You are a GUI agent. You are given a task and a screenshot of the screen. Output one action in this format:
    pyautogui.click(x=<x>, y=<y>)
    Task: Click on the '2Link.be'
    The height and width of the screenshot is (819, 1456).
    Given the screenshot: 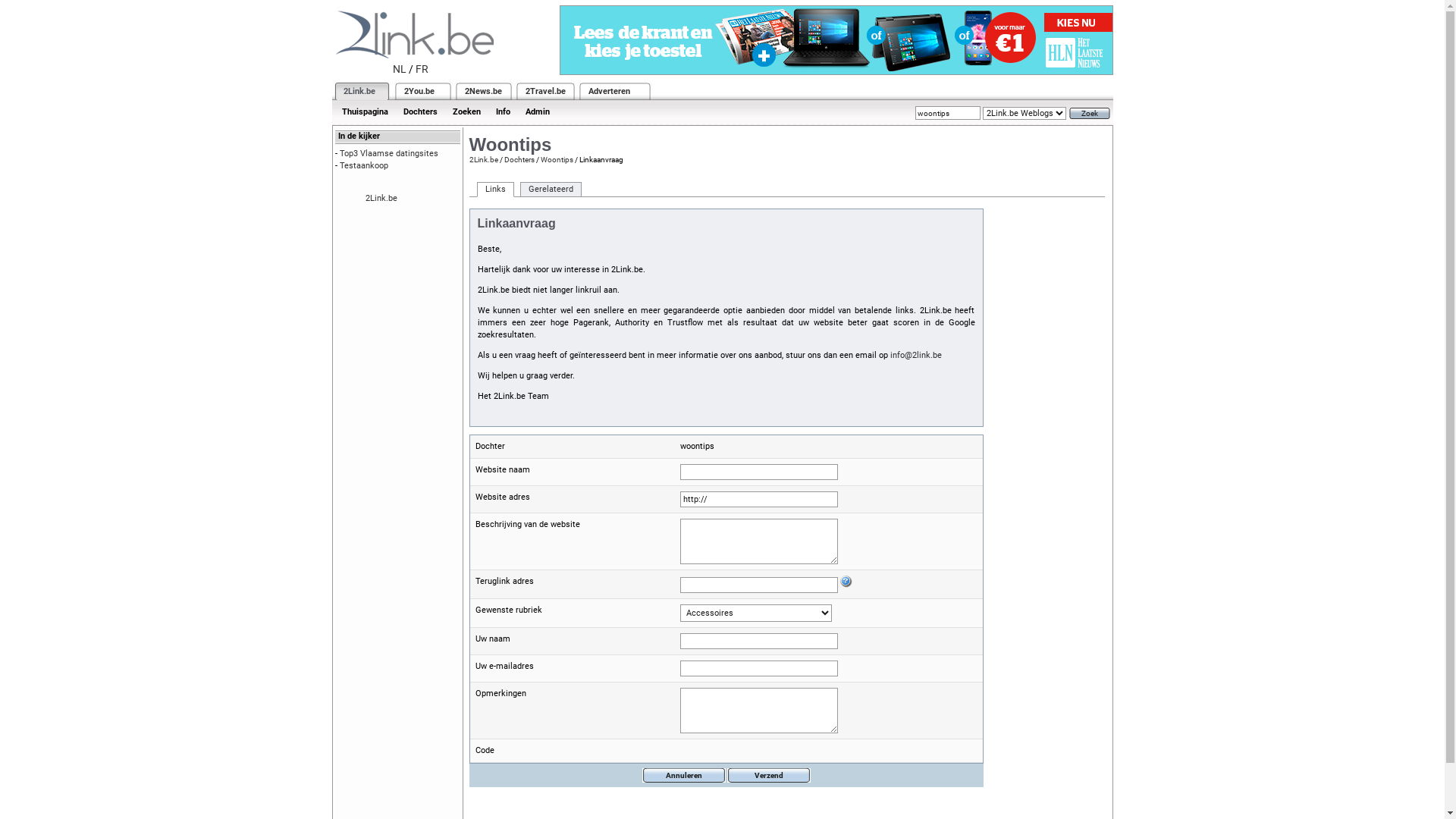 What is the action you would take?
    pyautogui.click(x=482, y=159)
    